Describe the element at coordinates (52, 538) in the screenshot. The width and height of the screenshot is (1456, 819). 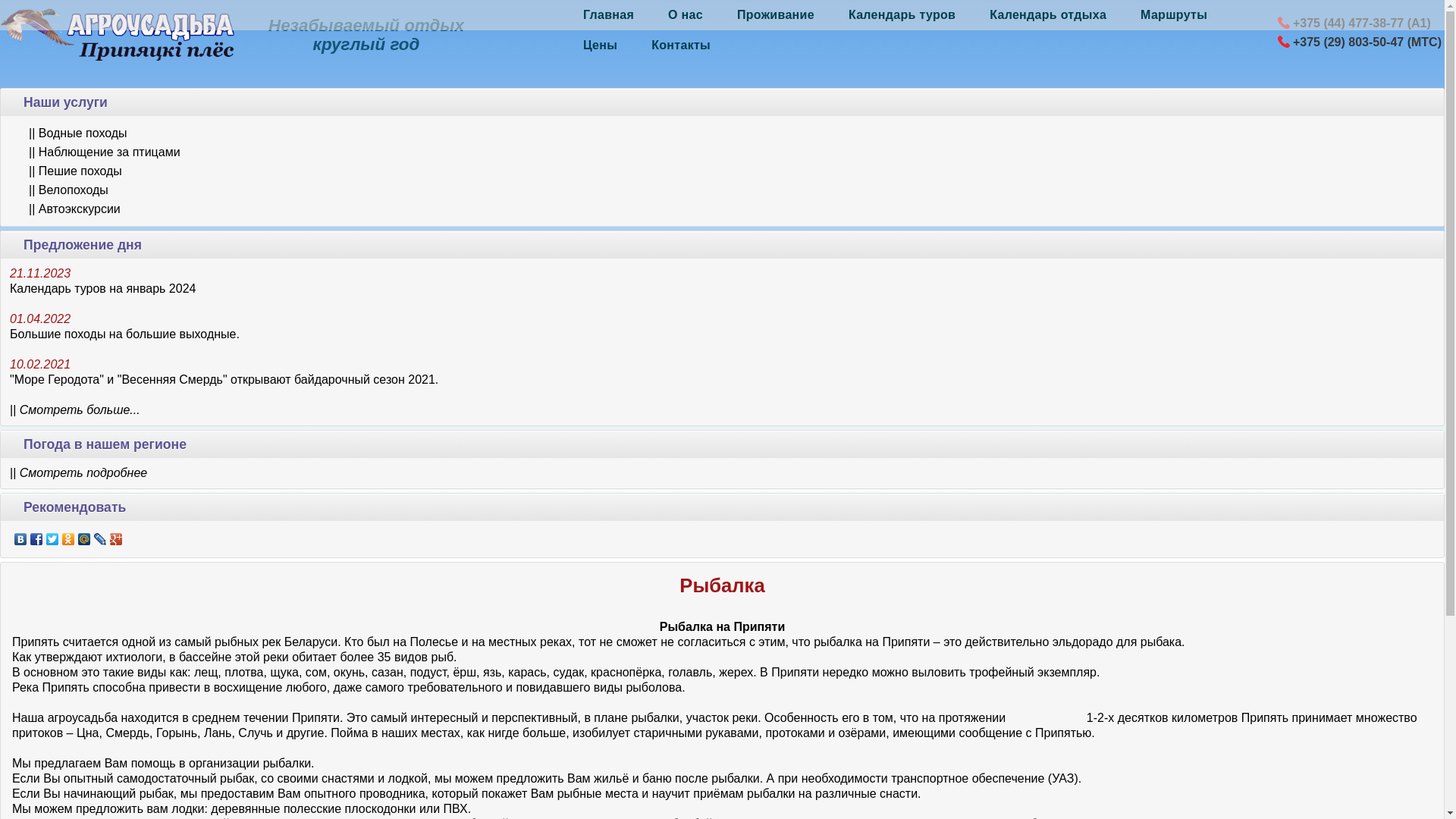
I see `'Twitter'` at that location.